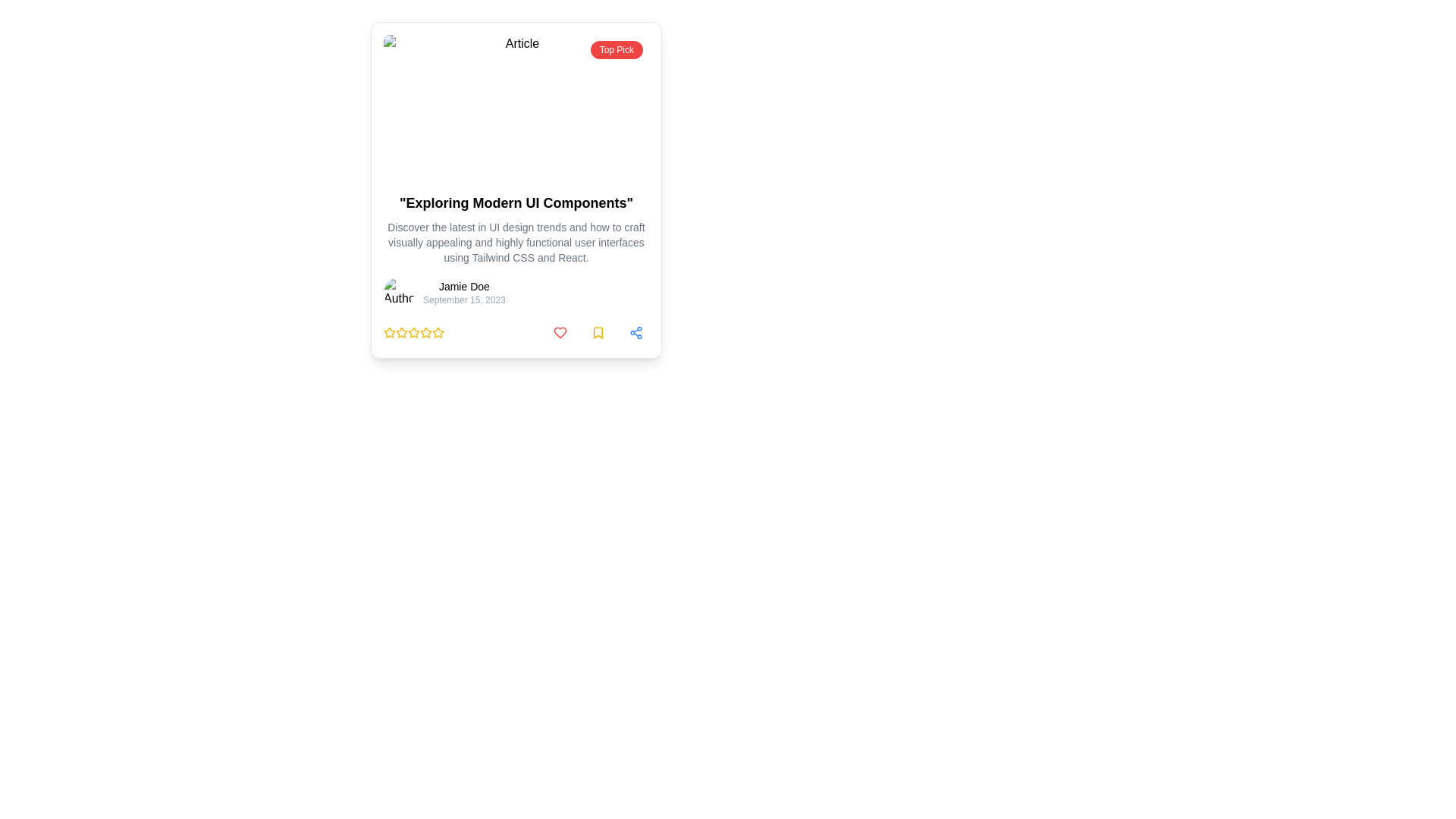 The height and width of the screenshot is (819, 1456). I want to click on the circular button with a yellow bookmark symbol located at the bottom right of the card component to bookmark the item, so click(597, 332).